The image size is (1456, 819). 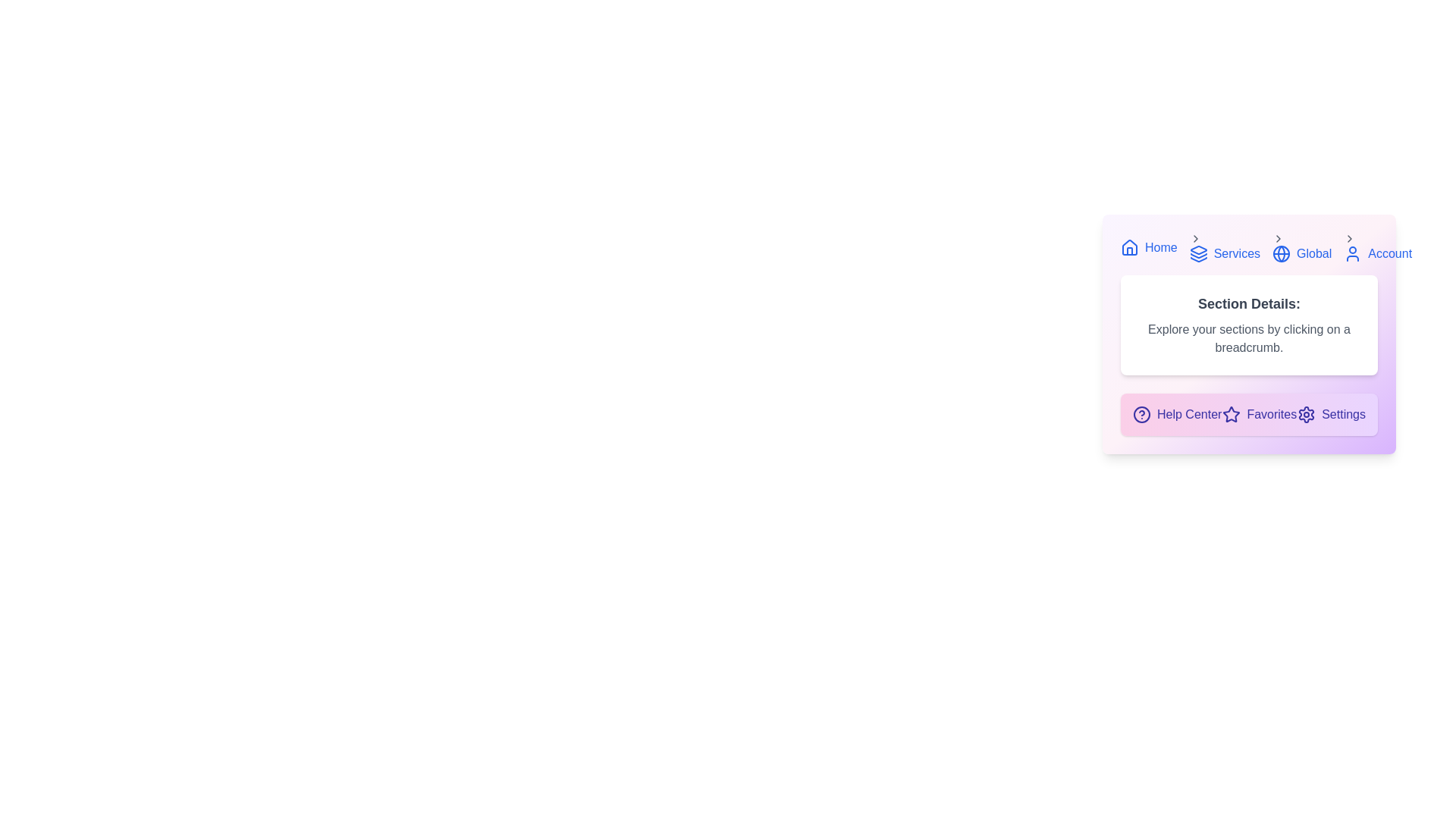 What do you see at coordinates (1232, 415) in the screenshot?
I see `the 'Favorites' icon located in the horizontal menu bar` at bounding box center [1232, 415].